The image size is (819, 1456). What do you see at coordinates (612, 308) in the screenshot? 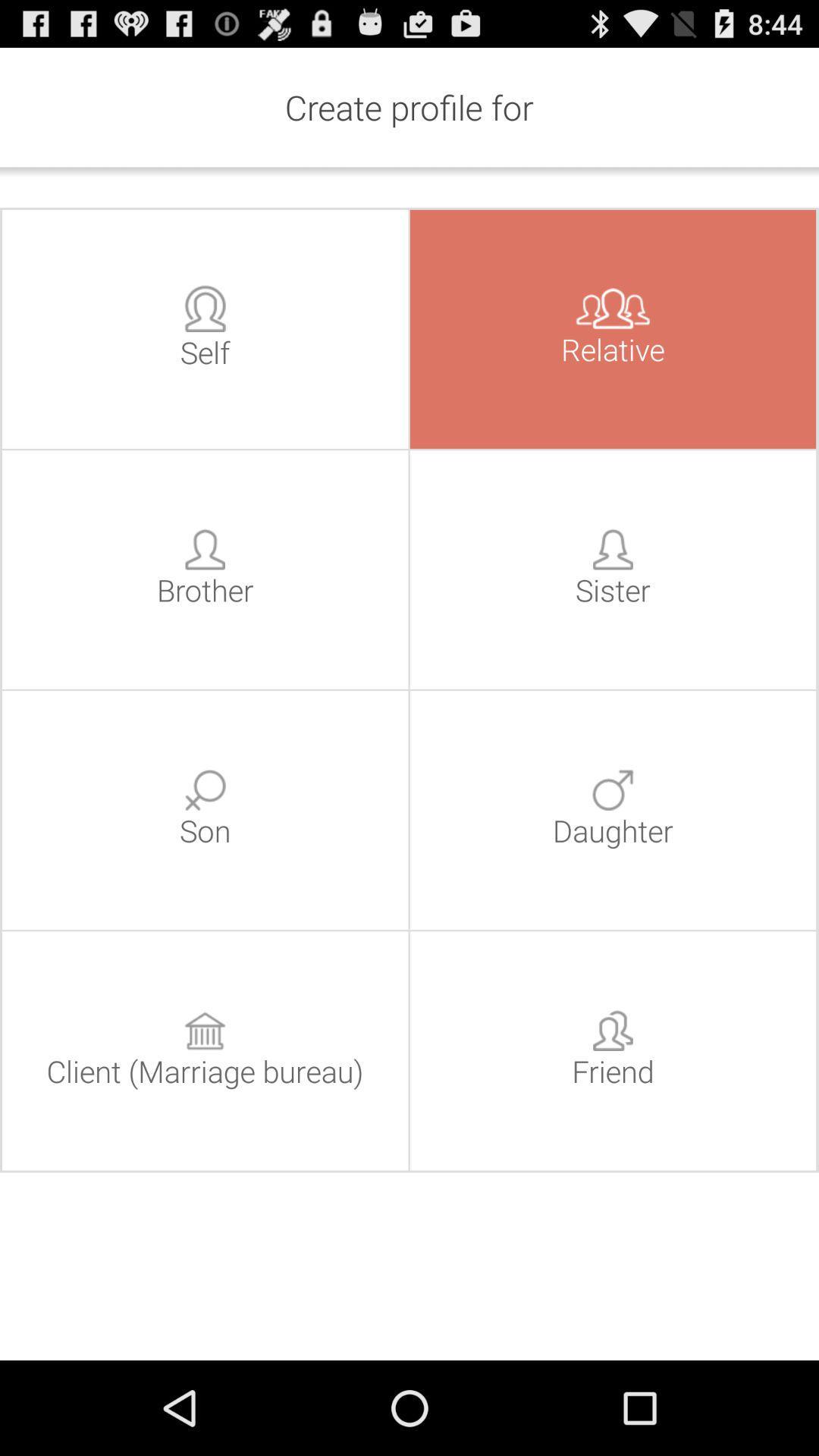
I see `the people image option above relative` at bounding box center [612, 308].